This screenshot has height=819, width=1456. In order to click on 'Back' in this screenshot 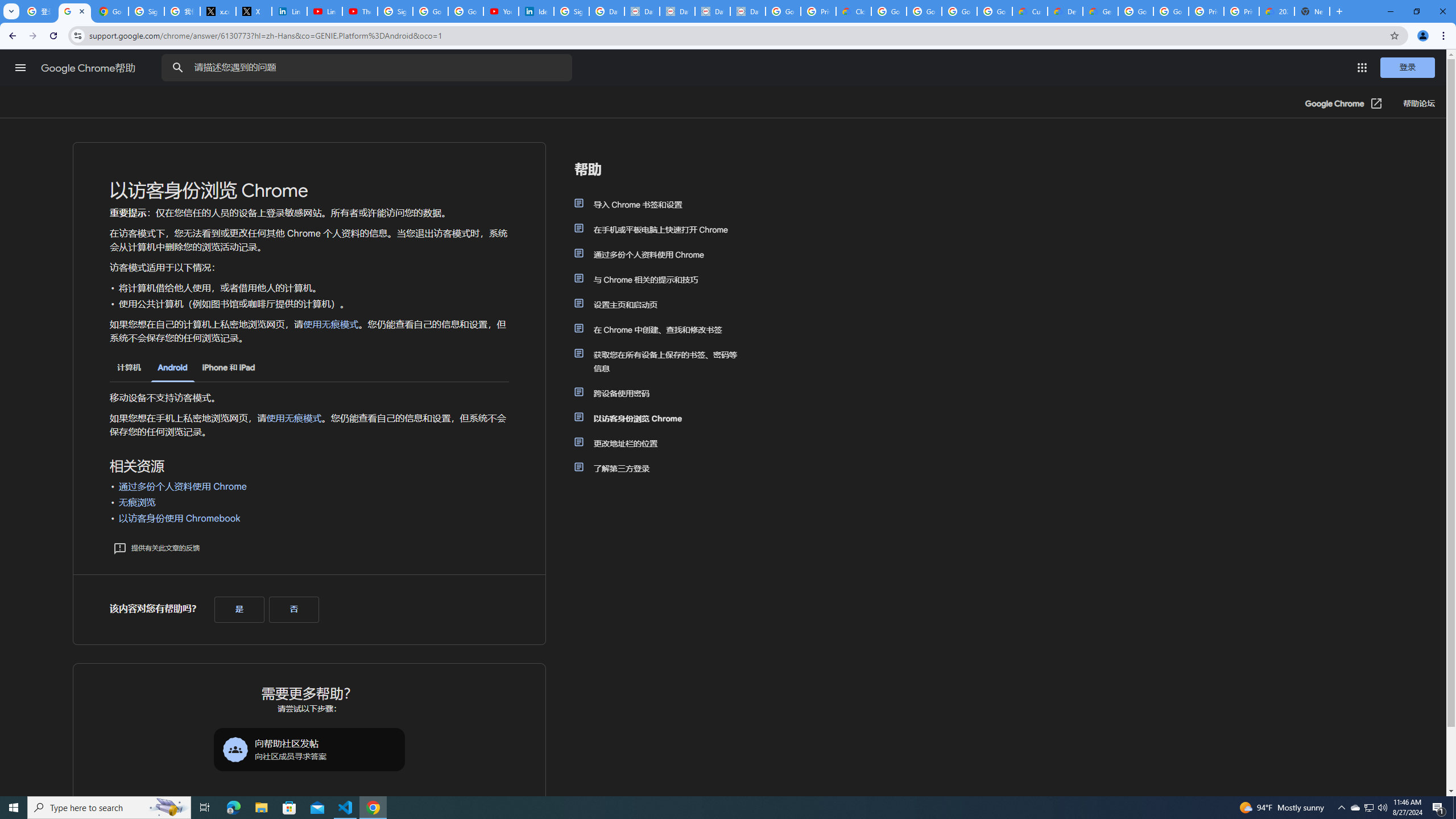, I will do `click(11, 35)`.